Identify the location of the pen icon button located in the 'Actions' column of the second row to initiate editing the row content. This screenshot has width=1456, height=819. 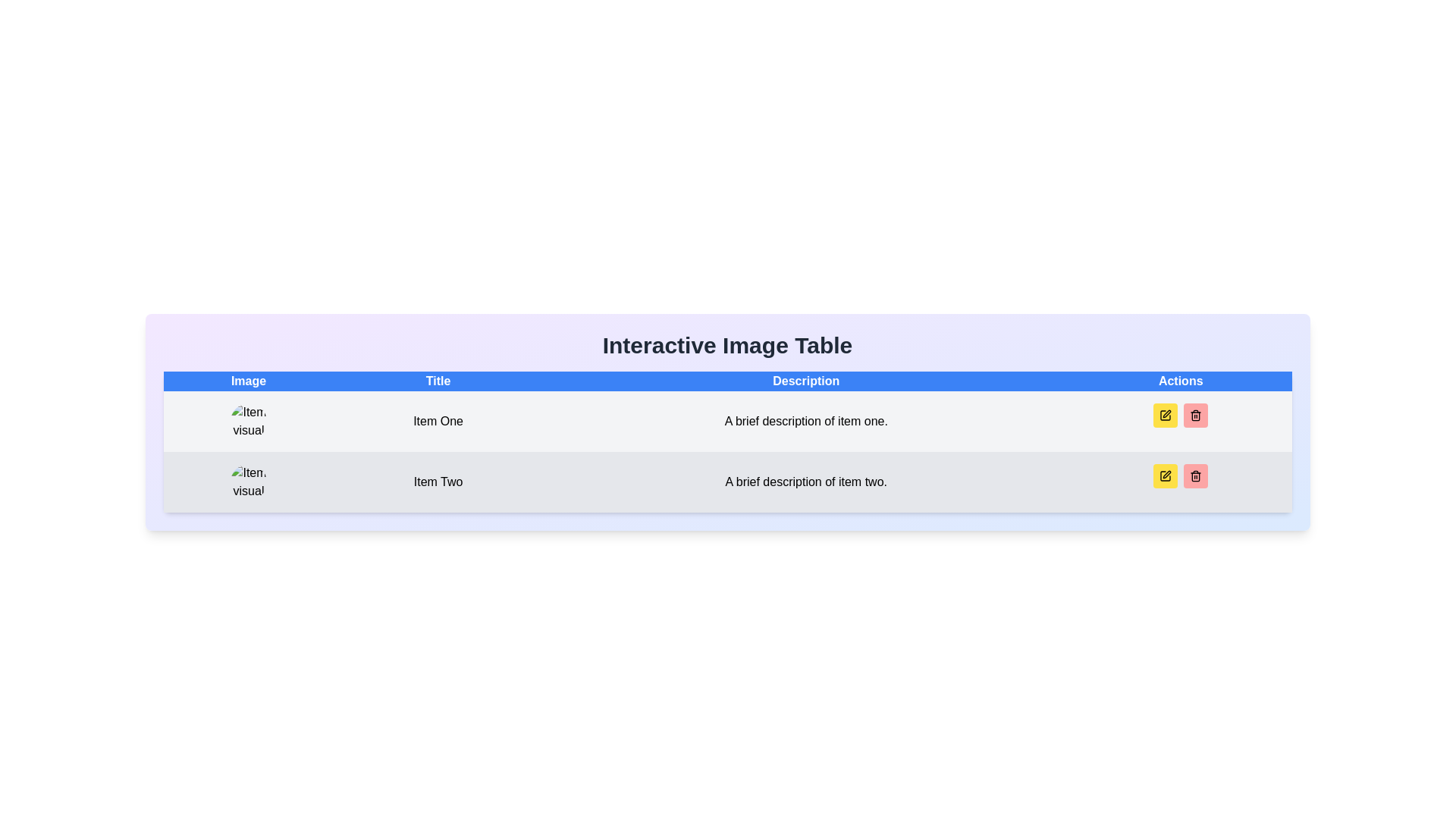
(1165, 415).